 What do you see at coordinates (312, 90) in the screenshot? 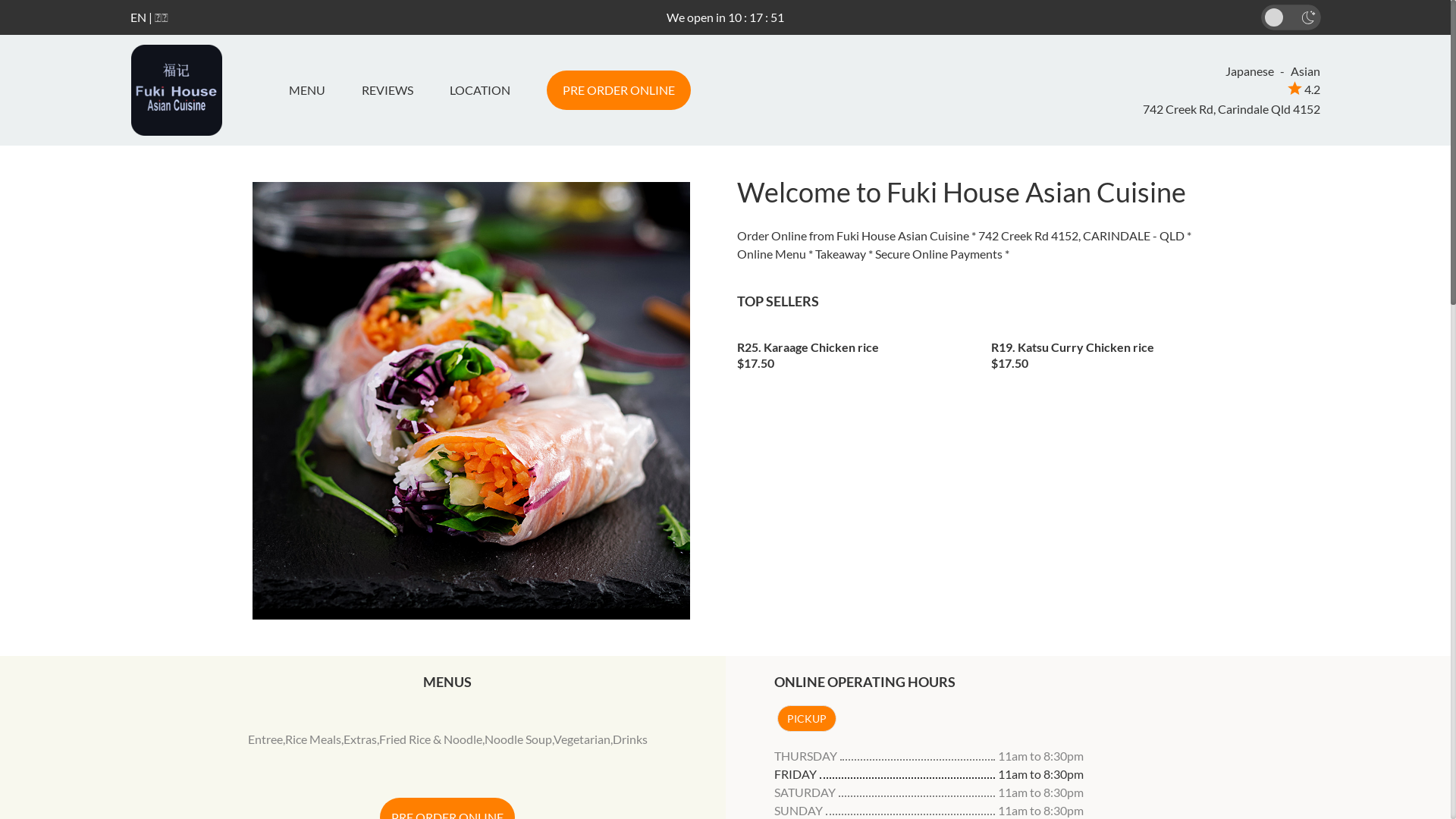
I see `'MENU'` at bounding box center [312, 90].